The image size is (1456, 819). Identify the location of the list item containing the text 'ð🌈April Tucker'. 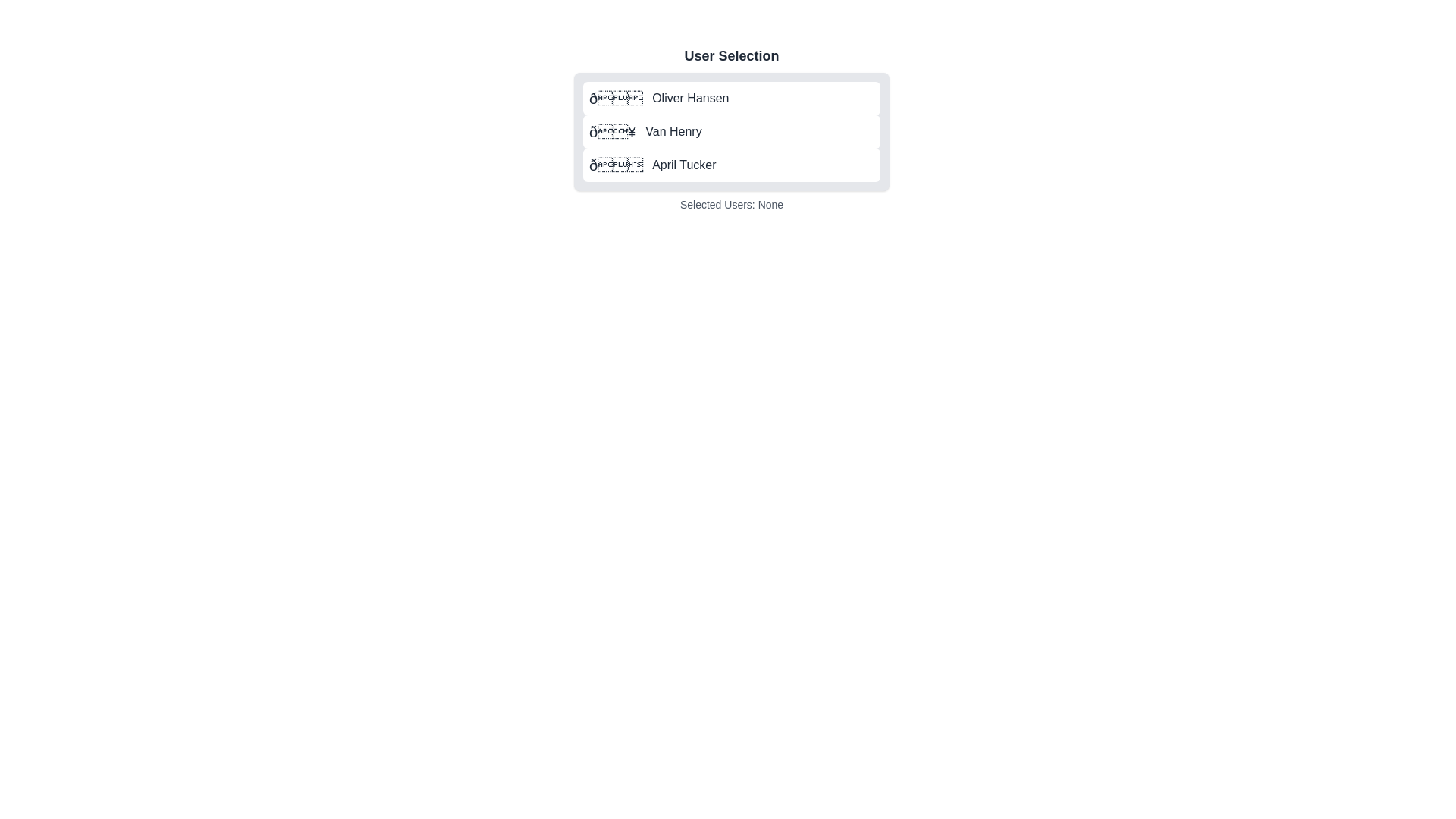
(652, 165).